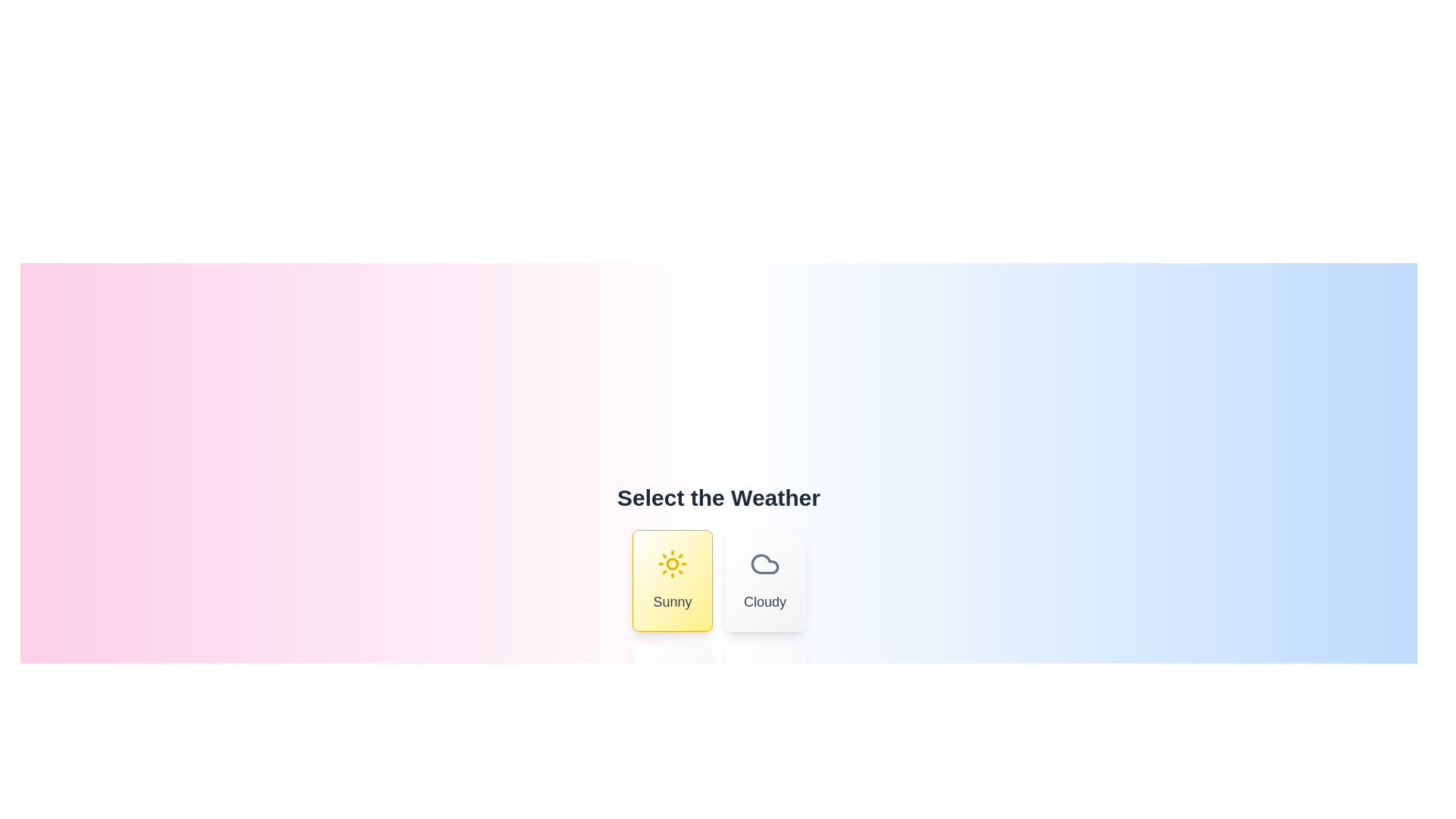  I want to click on the text label indicating the sunny weather option, which is positioned beneath a sun icon on the leftmost yellow card in the selection grid, so click(672, 601).